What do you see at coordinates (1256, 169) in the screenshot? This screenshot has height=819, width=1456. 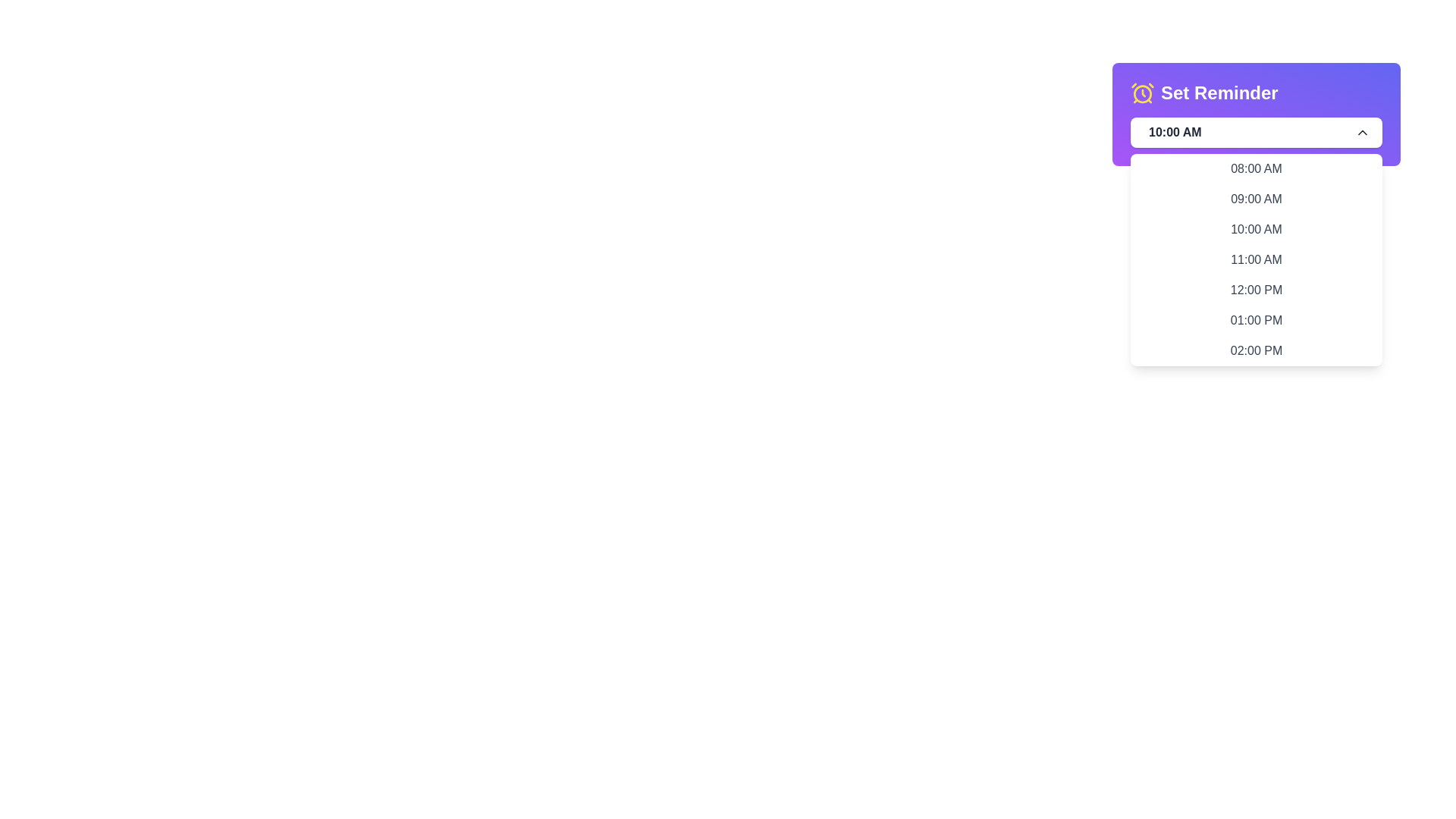 I see `the dropdown menu item displaying '08:00 AM'` at bounding box center [1256, 169].